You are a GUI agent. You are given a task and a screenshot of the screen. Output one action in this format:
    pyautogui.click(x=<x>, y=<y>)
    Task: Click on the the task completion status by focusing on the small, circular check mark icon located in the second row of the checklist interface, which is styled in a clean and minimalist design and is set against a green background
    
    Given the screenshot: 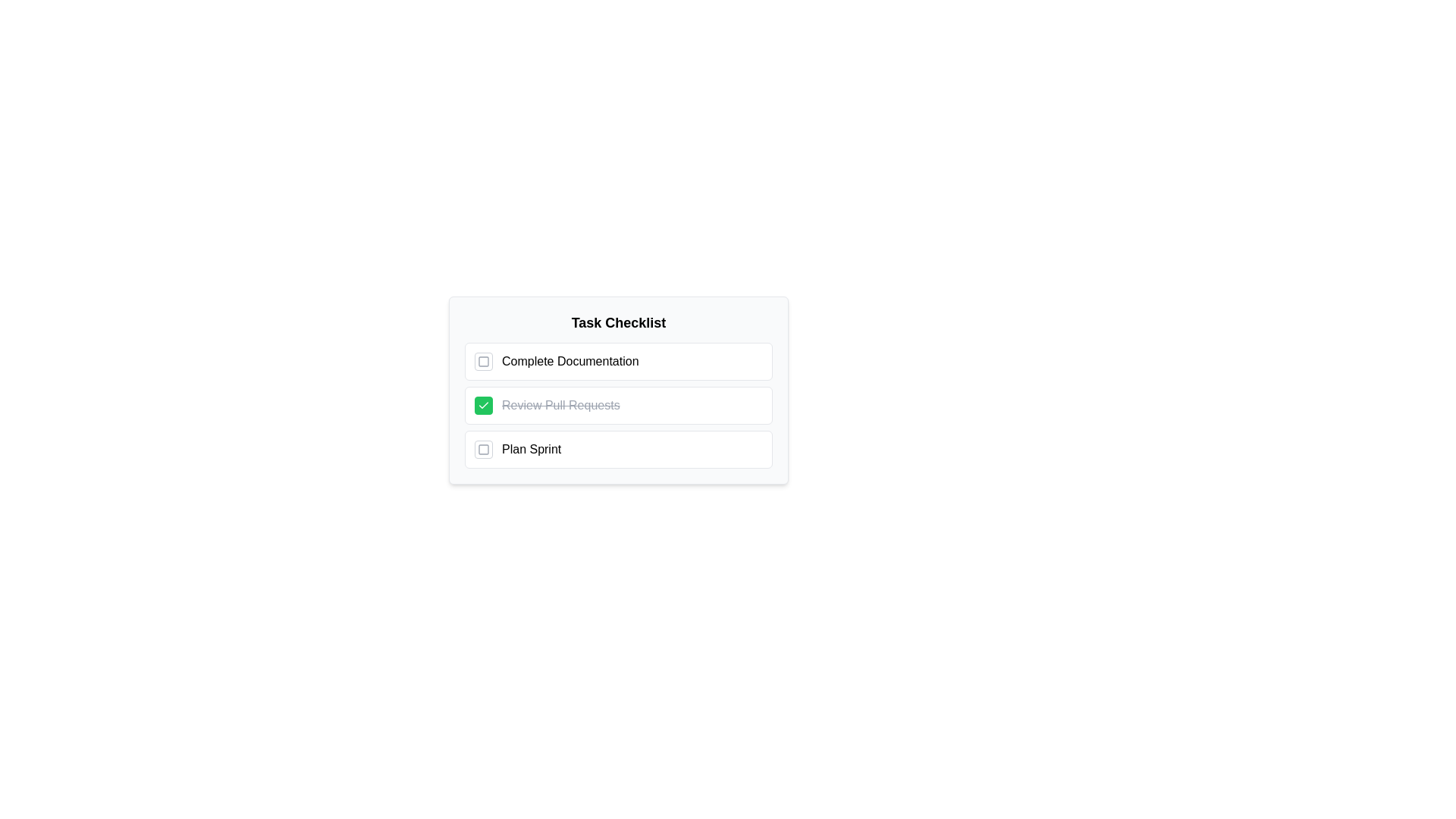 What is the action you would take?
    pyautogui.click(x=483, y=405)
    